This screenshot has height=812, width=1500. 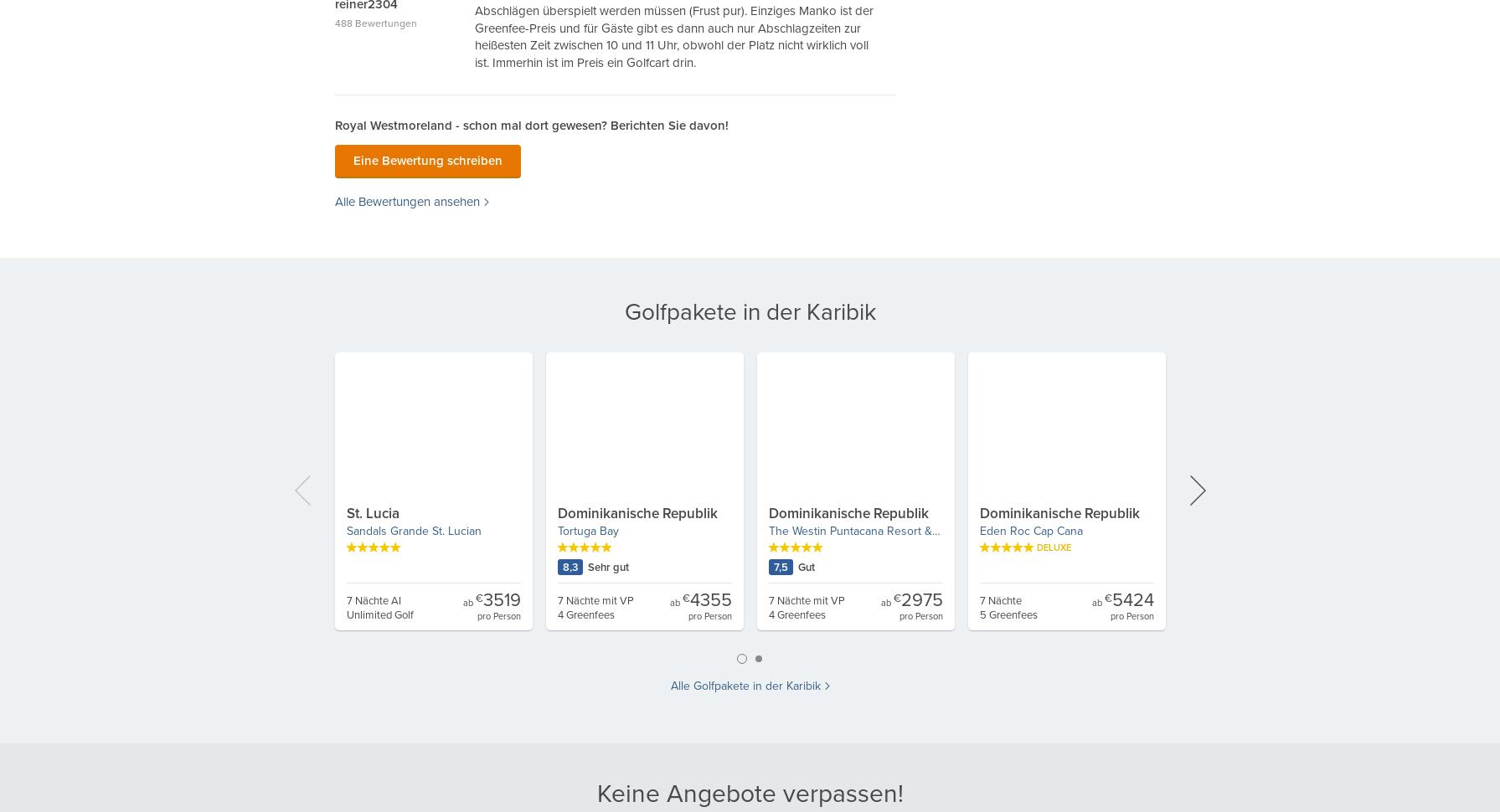 I want to click on 'Eine Bewertung schreiben', so click(x=353, y=159).